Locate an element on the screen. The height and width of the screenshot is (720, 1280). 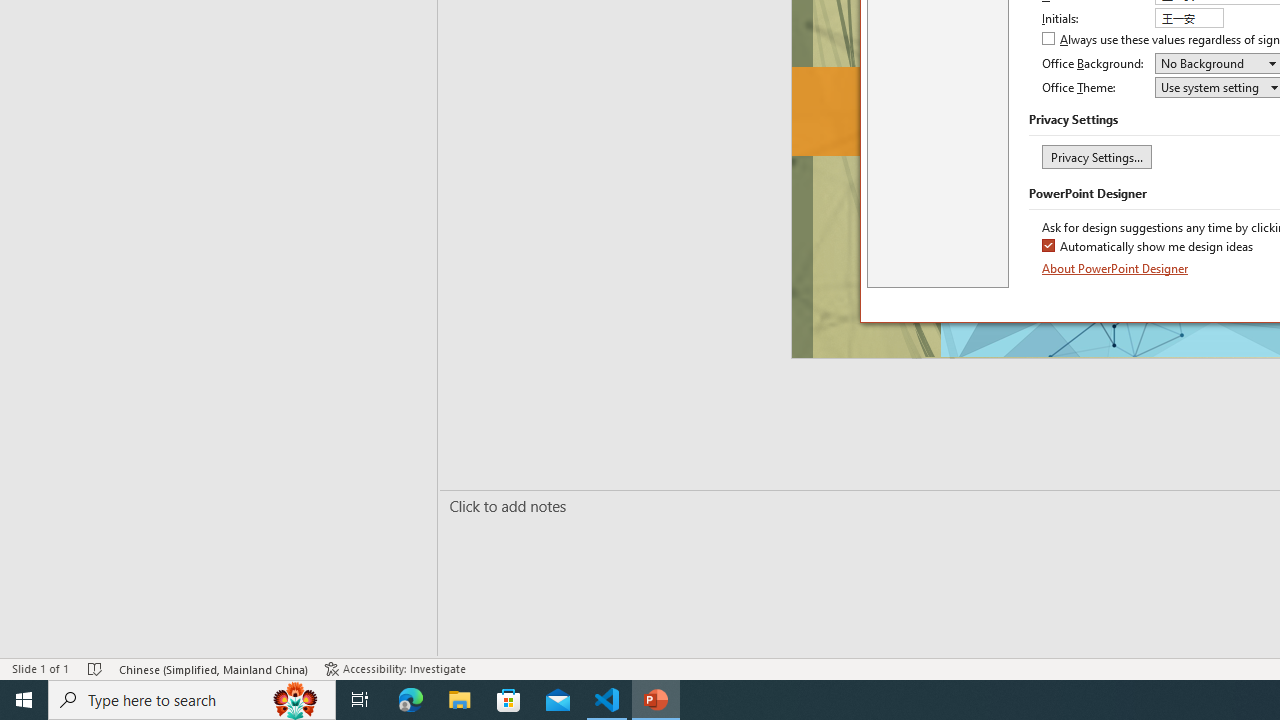
'Privacy Settings...' is located at coordinates (1095, 155).